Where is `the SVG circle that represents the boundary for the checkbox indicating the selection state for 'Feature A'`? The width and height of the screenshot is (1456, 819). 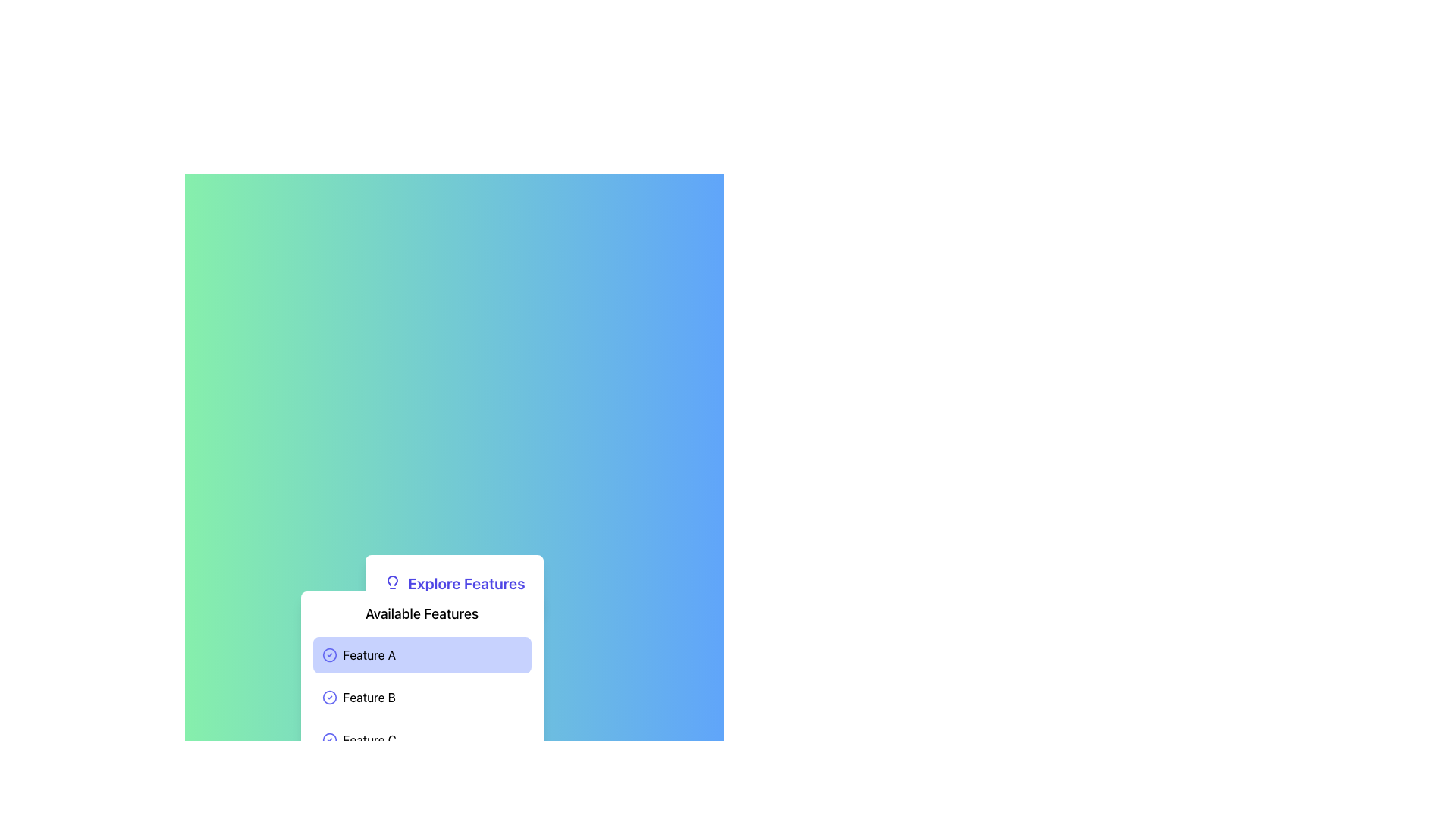
the SVG circle that represents the boundary for the checkbox indicating the selection state for 'Feature A' is located at coordinates (328, 654).